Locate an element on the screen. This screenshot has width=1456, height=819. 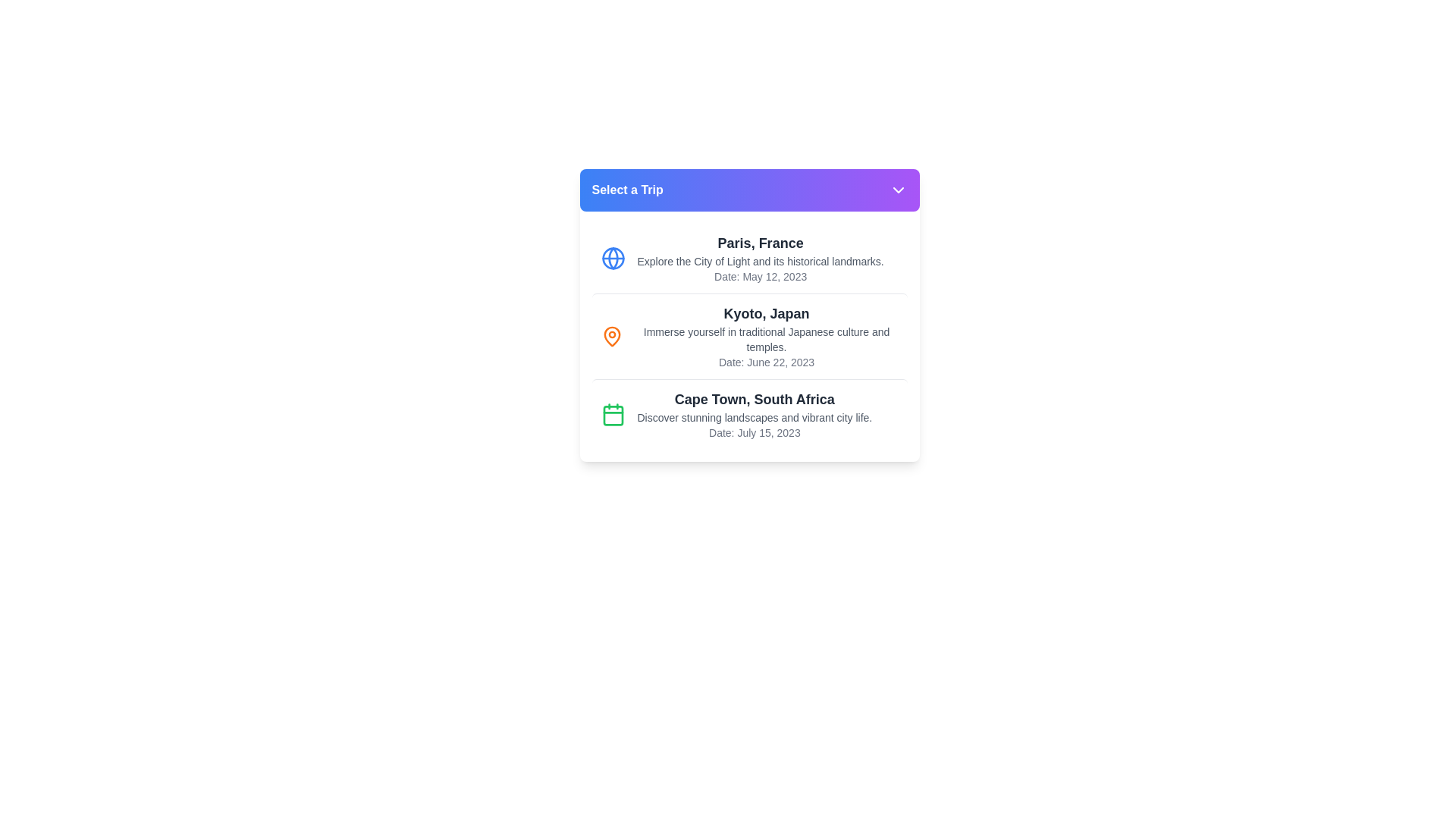
the green calendar icon located next to the text 'Cape Town, South Africa' under the 'Select a Trip' heading is located at coordinates (613, 415).